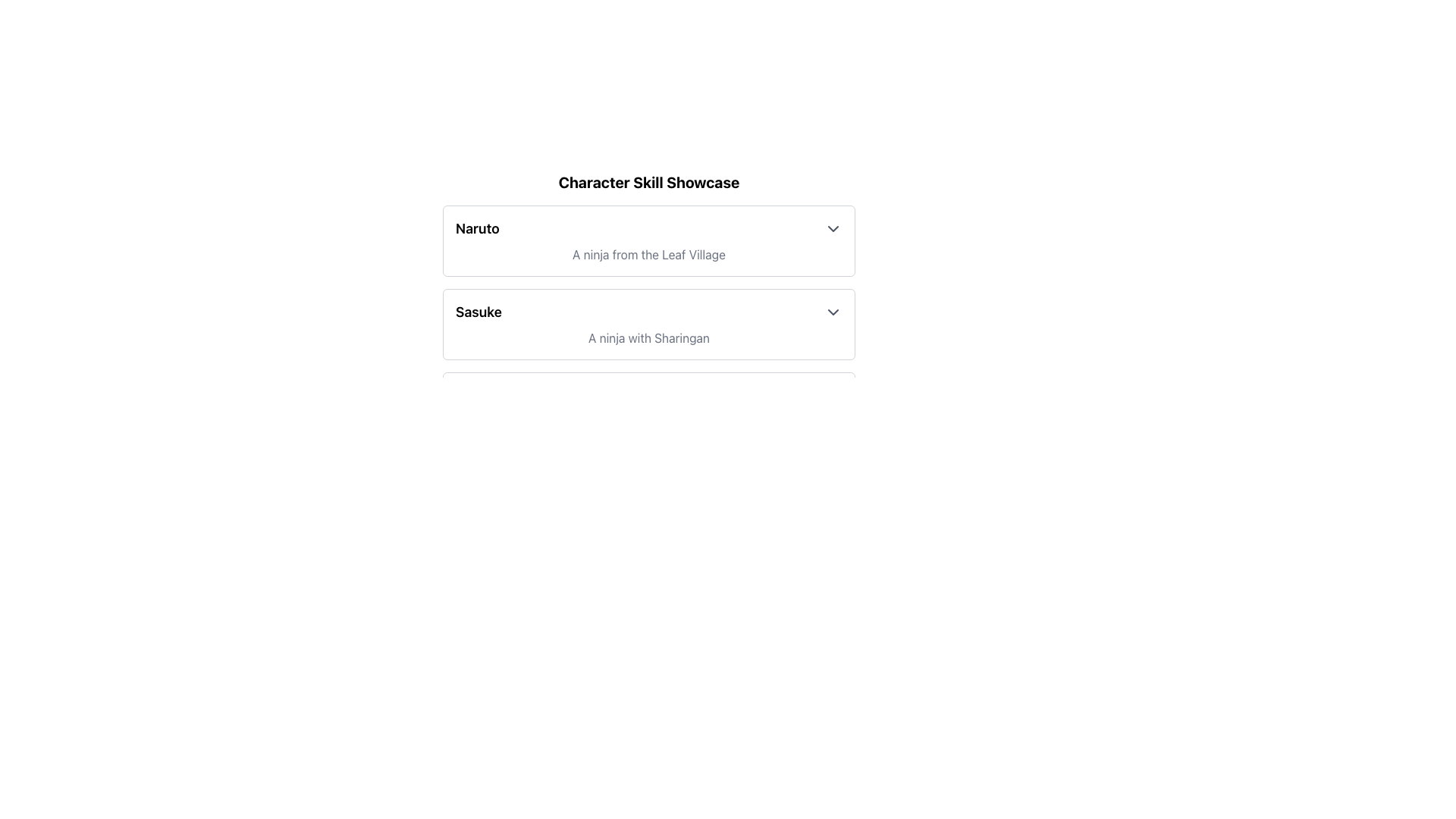 The width and height of the screenshot is (1456, 819). I want to click on the Dropdown toggle button, which is a small downward-facing chevron icon located to the right of the text 'Naruto', so click(833, 228).